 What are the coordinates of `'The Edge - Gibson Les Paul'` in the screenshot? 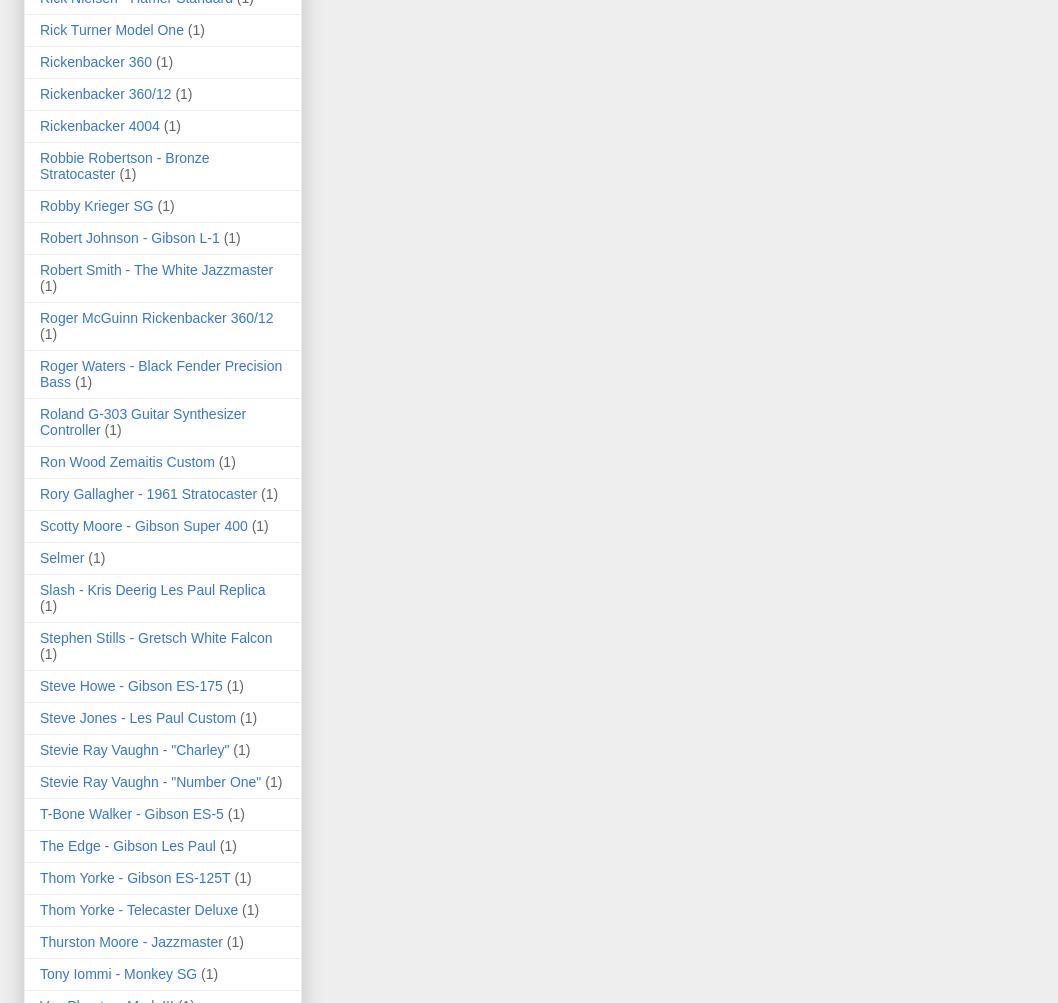 It's located at (126, 845).